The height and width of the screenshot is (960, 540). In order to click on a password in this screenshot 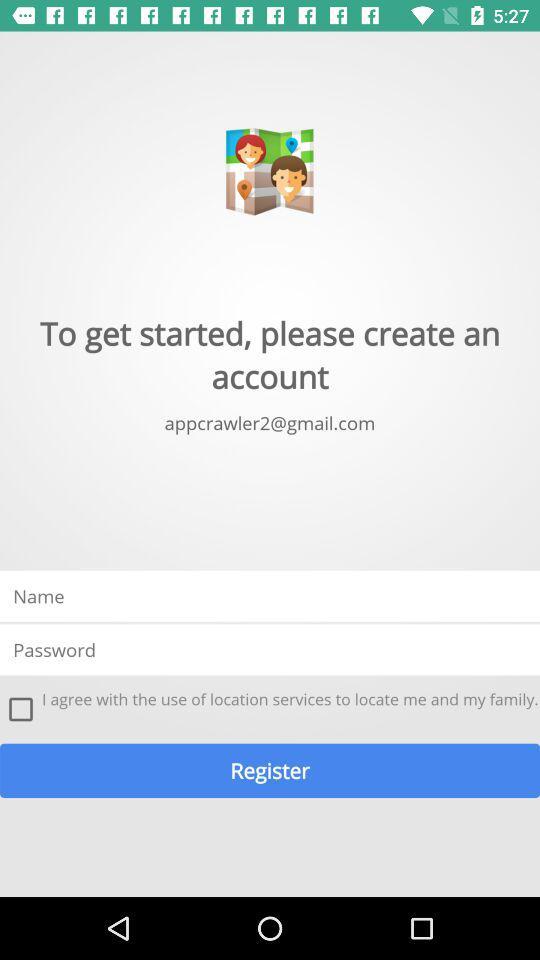, I will do `click(270, 648)`.